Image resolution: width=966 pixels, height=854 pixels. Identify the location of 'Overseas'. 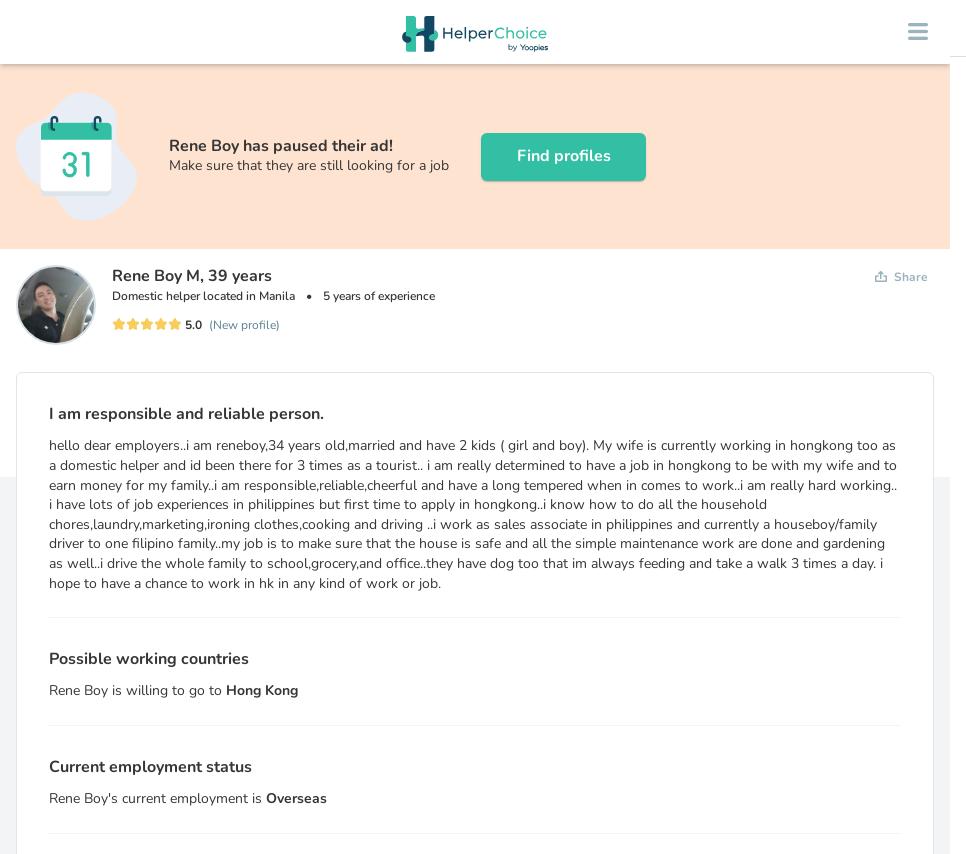
(295, 797).